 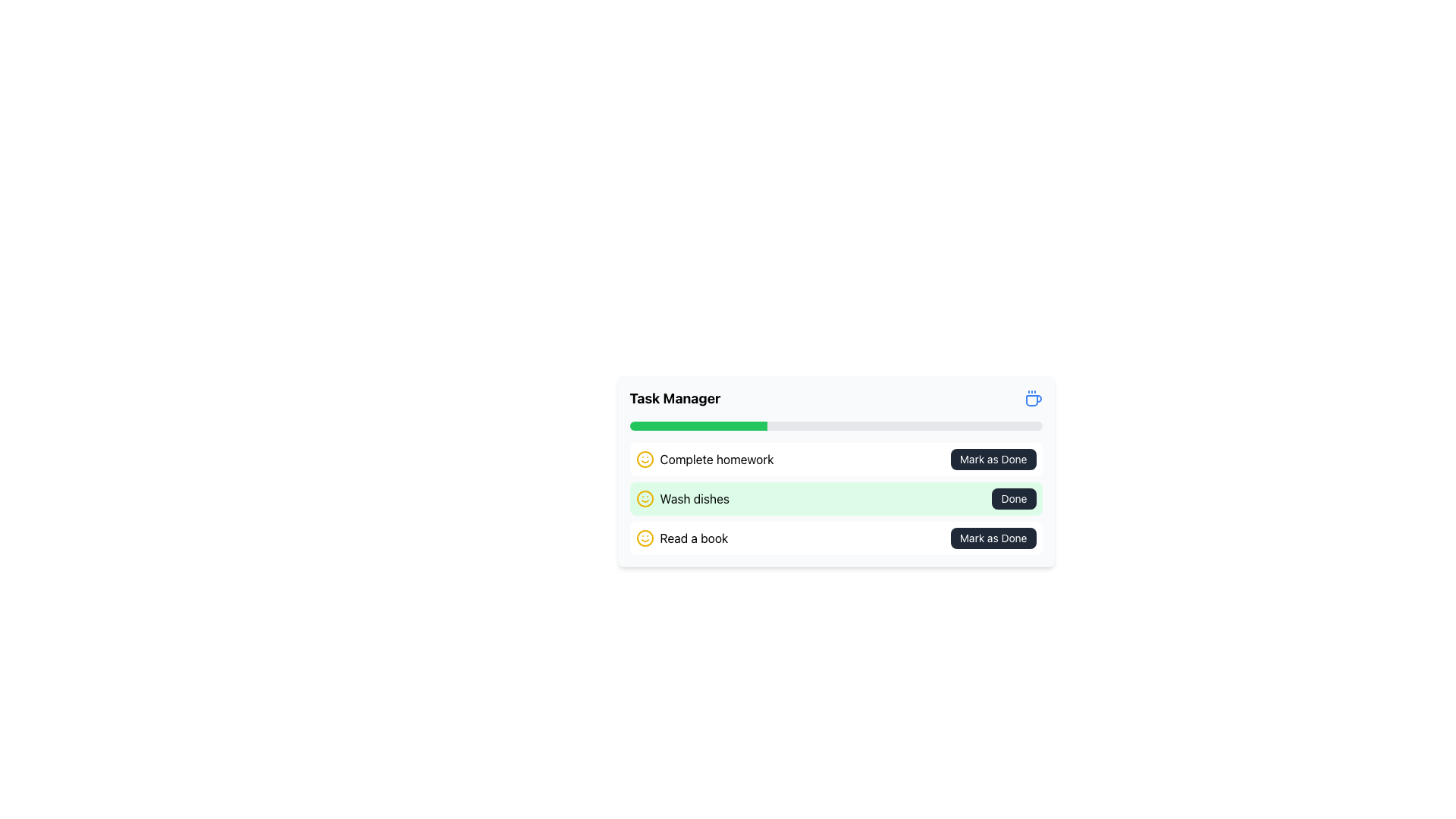 I want to click on the 'Mark as Done' button, which is a rounded rectangular button with a dark gray background, aligned to the right of the 'Complete homework' task row, so click(x=993, y=458).